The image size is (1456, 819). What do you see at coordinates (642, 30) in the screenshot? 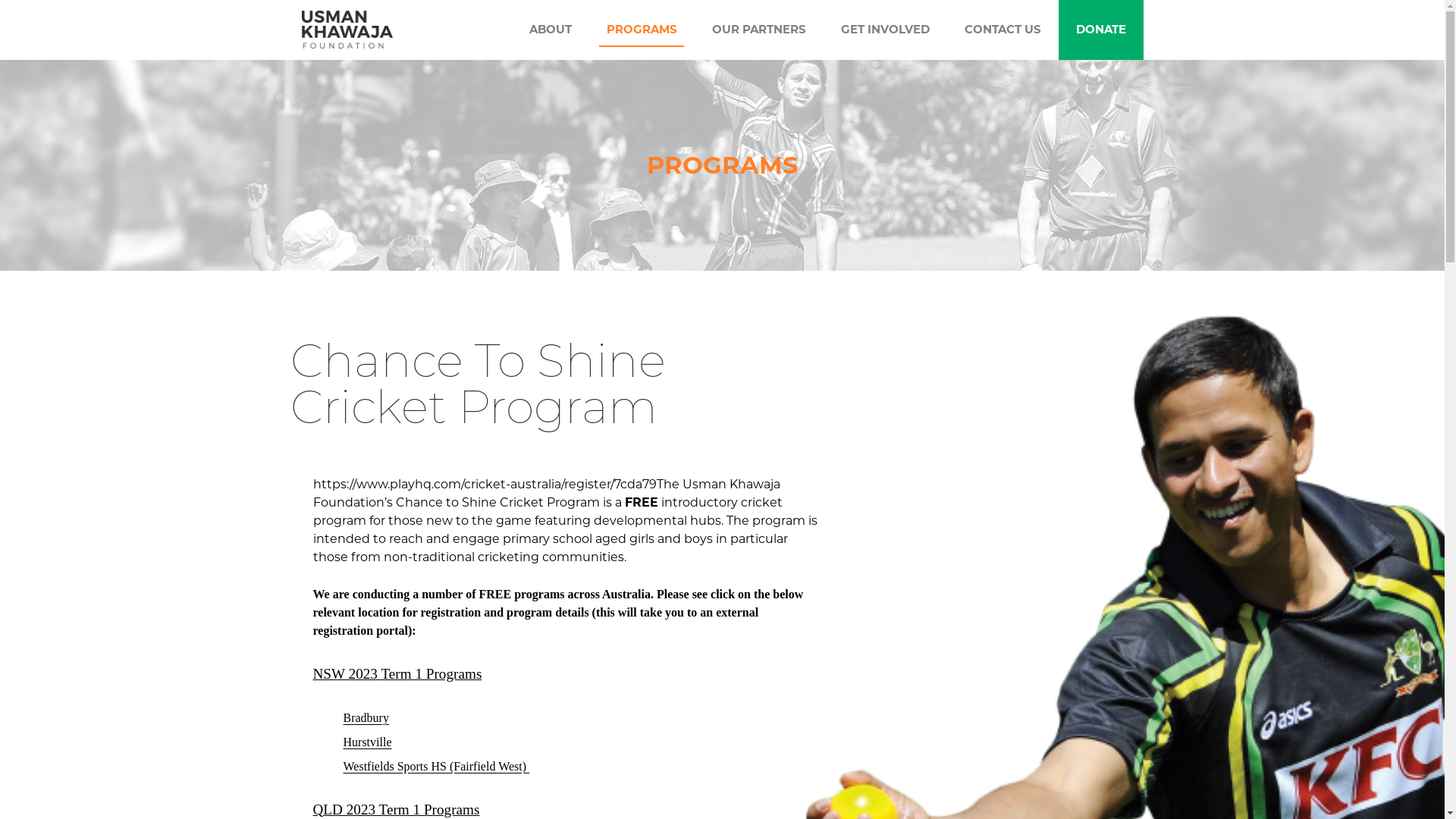
I see `'PROGRAMS'` at bounding box center [642, 30].